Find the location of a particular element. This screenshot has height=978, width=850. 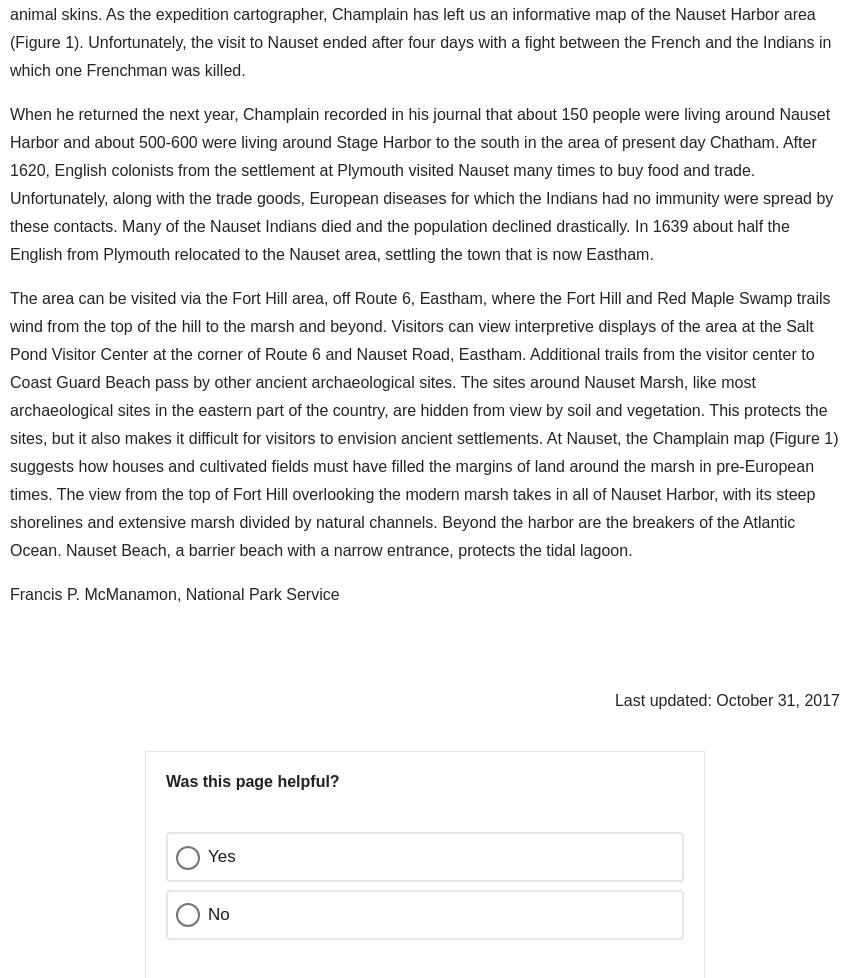

'Contact The National Park Service' is located at coordinates (145, 906).